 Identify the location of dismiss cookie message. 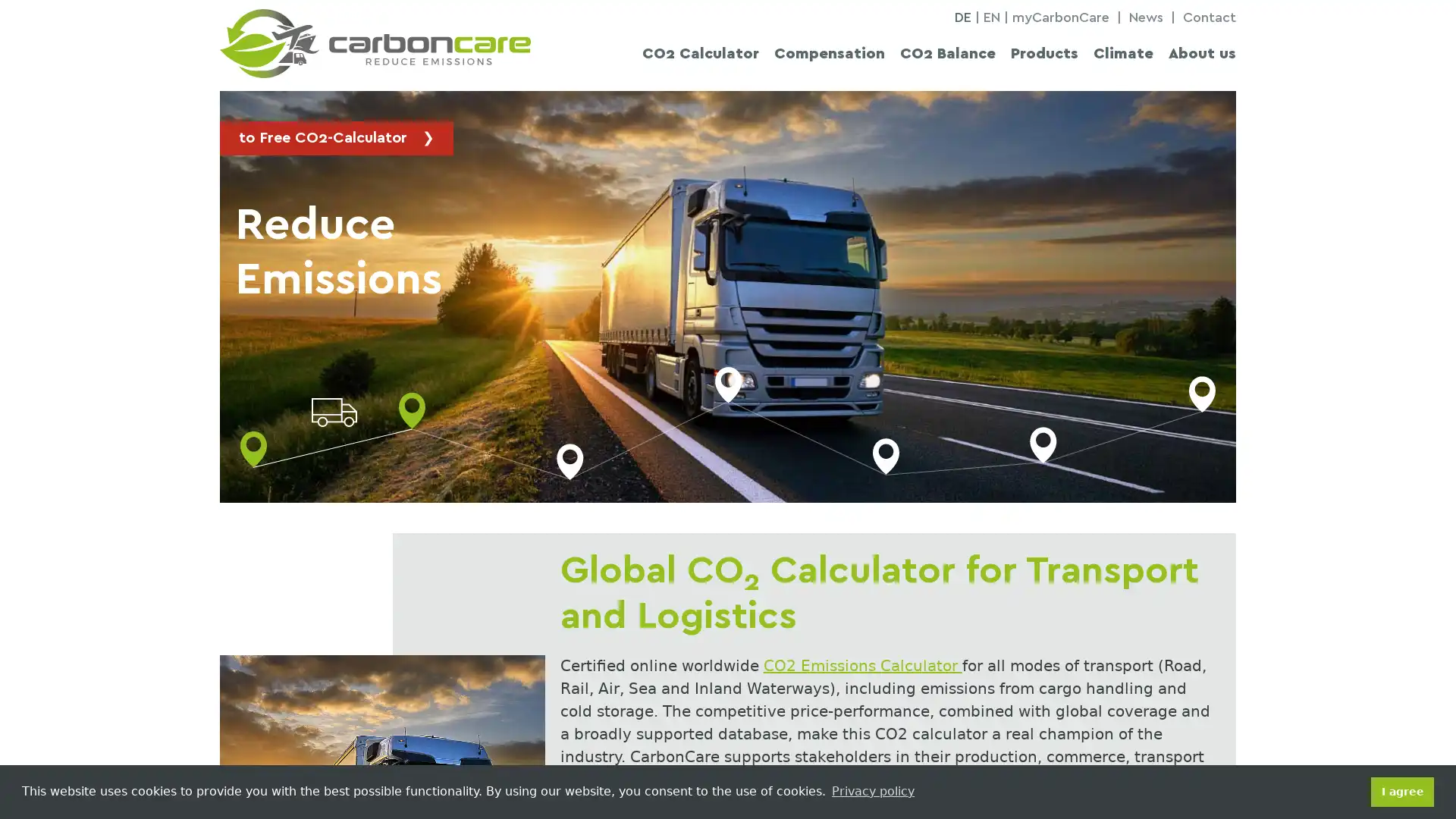
(1401, 791).